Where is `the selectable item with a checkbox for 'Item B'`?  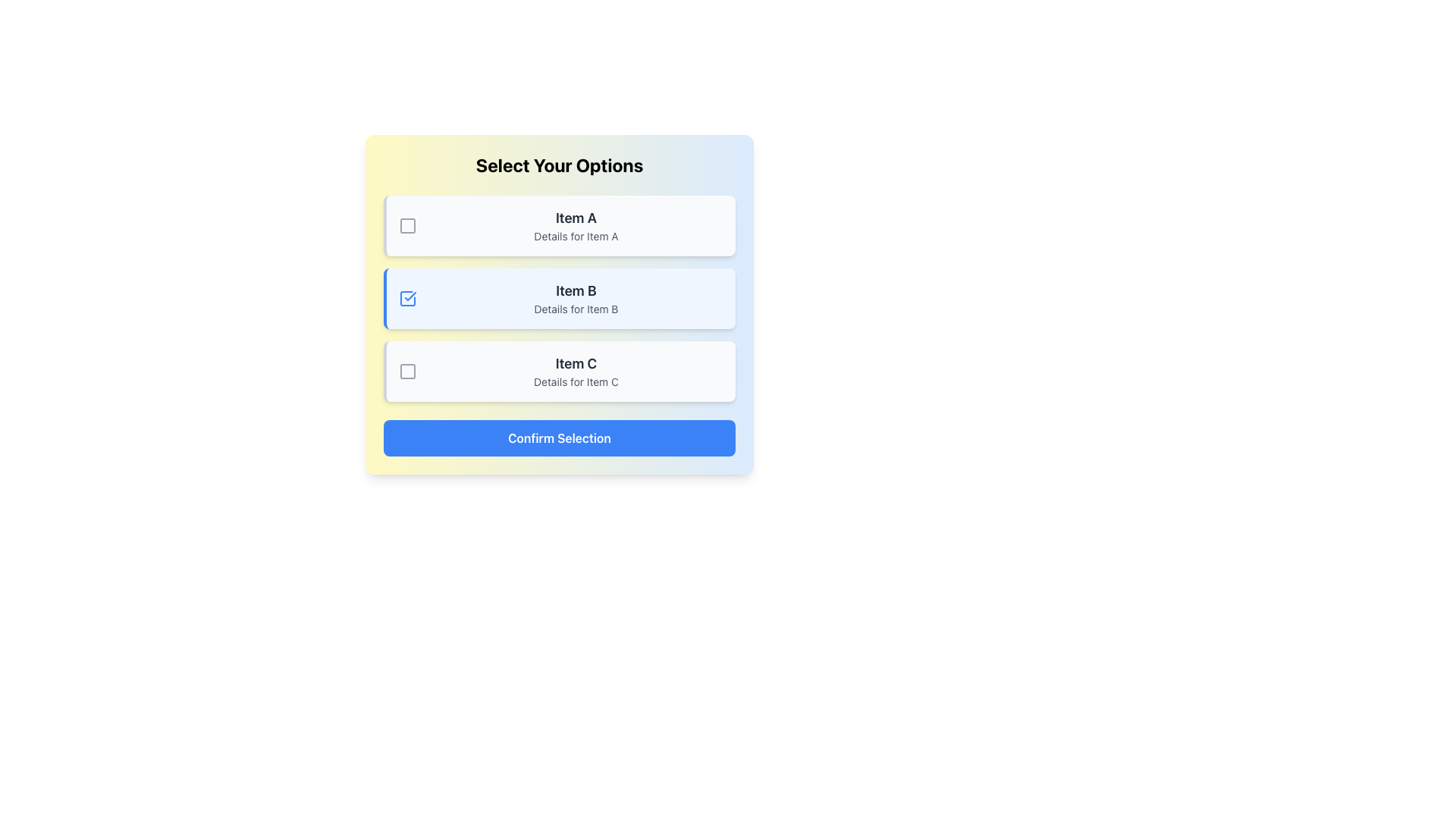
the selectable item with a checkbox for 'Item B' is located at coordinates (559, 298).